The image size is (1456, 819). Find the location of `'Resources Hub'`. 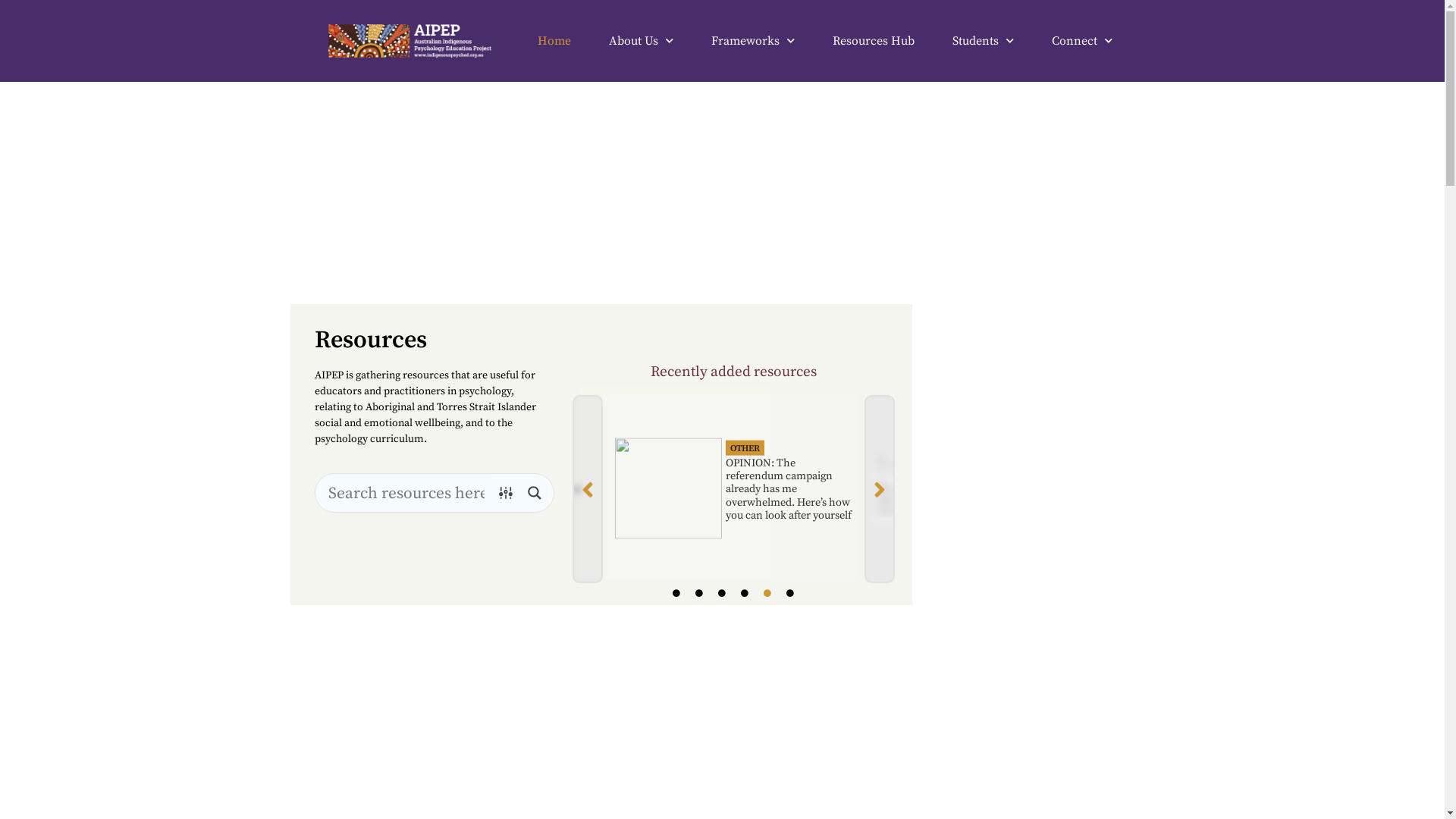

'Resources Hub' is located at coordinates (874, 40).